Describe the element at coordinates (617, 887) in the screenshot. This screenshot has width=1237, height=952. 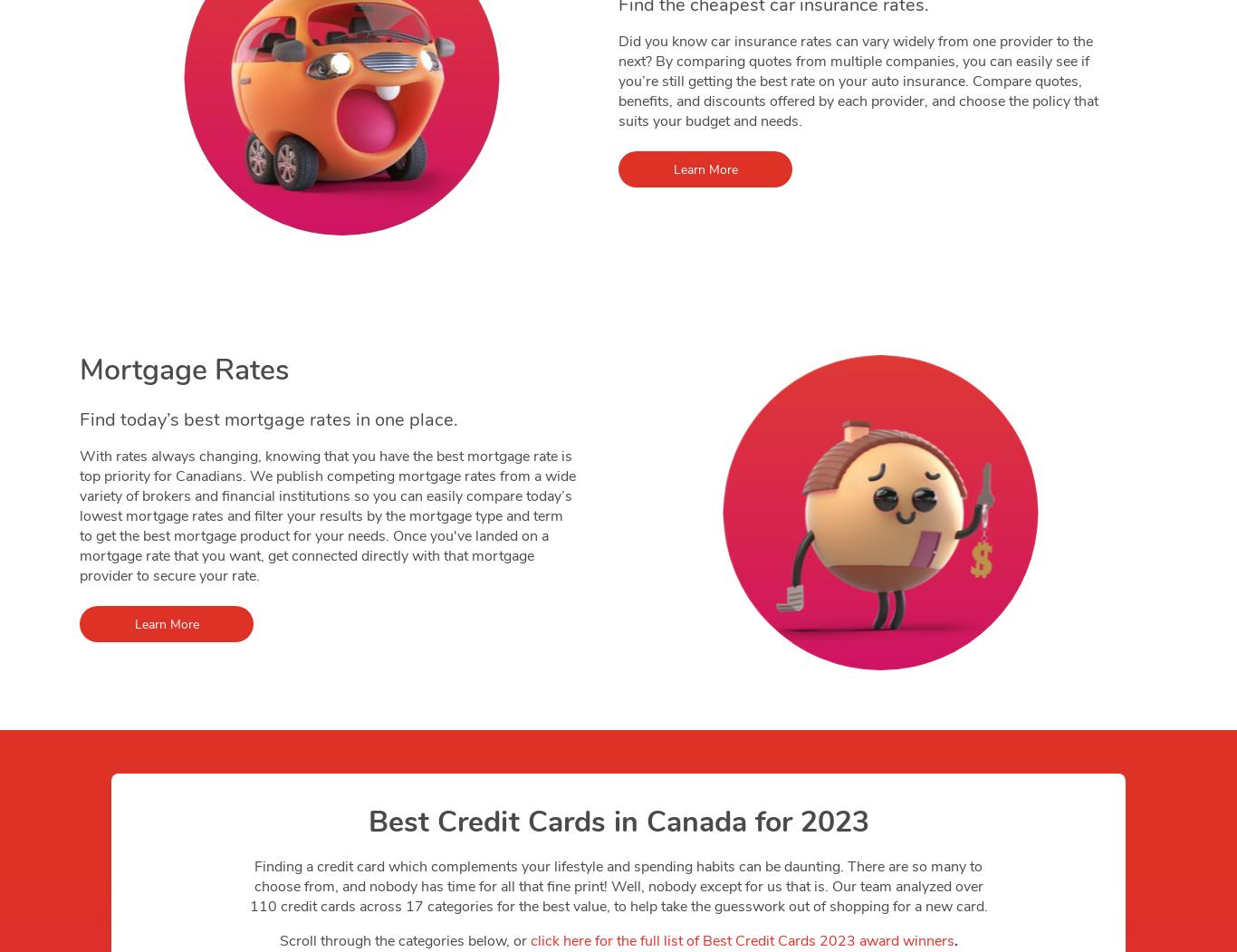
I see `'Finding a credit card which complements your lifestyle and spending habits can be daunting. There are so many to choose from, and nobody has time for all that fine print! Well, nobody except for us that is. Our team analyzed over 110 credit cards across 17 categories for the best value, to help take the guesswork out of shopping for a new card.'` at that location.